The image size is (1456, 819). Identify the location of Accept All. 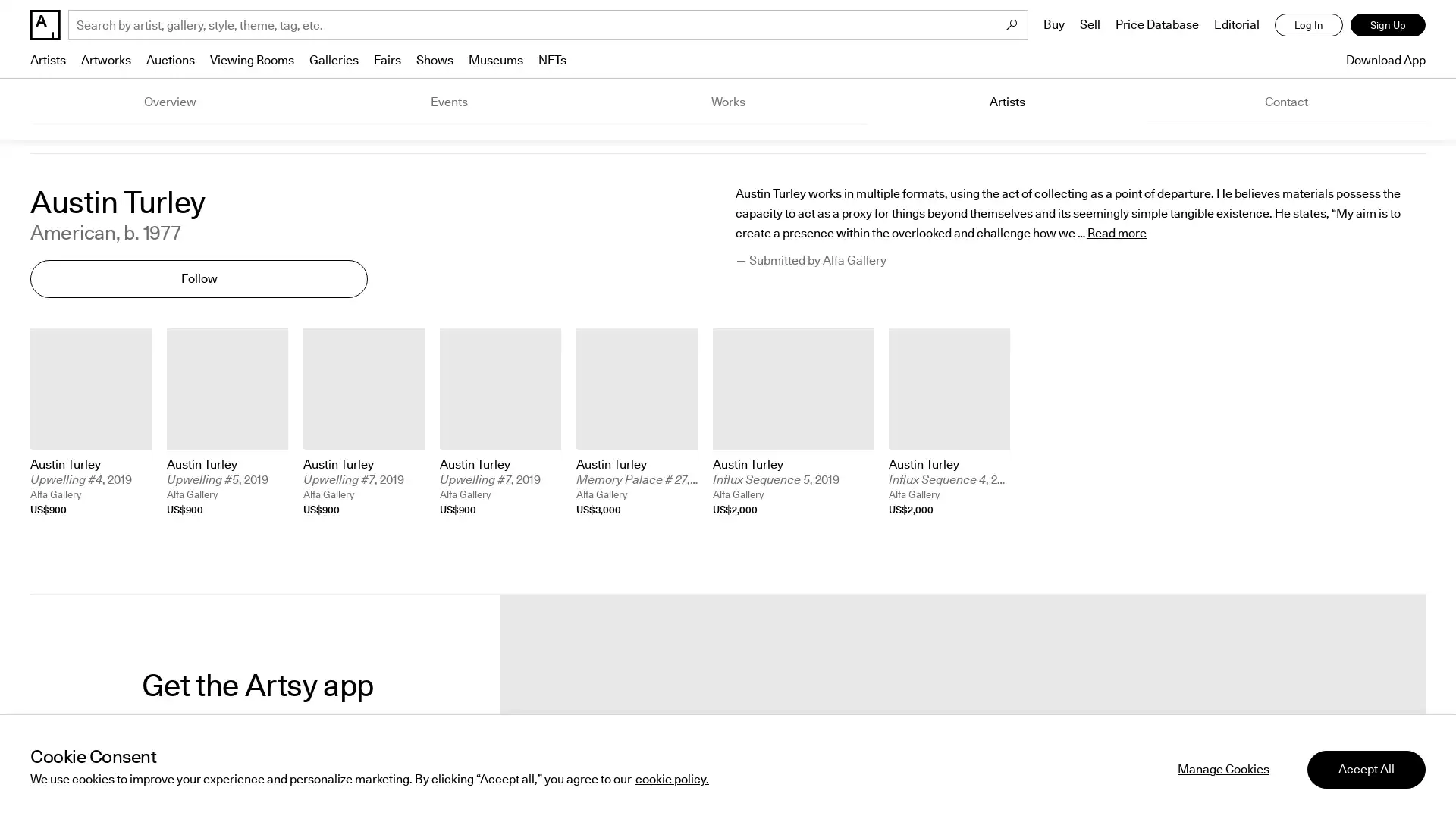
(1366, 769).